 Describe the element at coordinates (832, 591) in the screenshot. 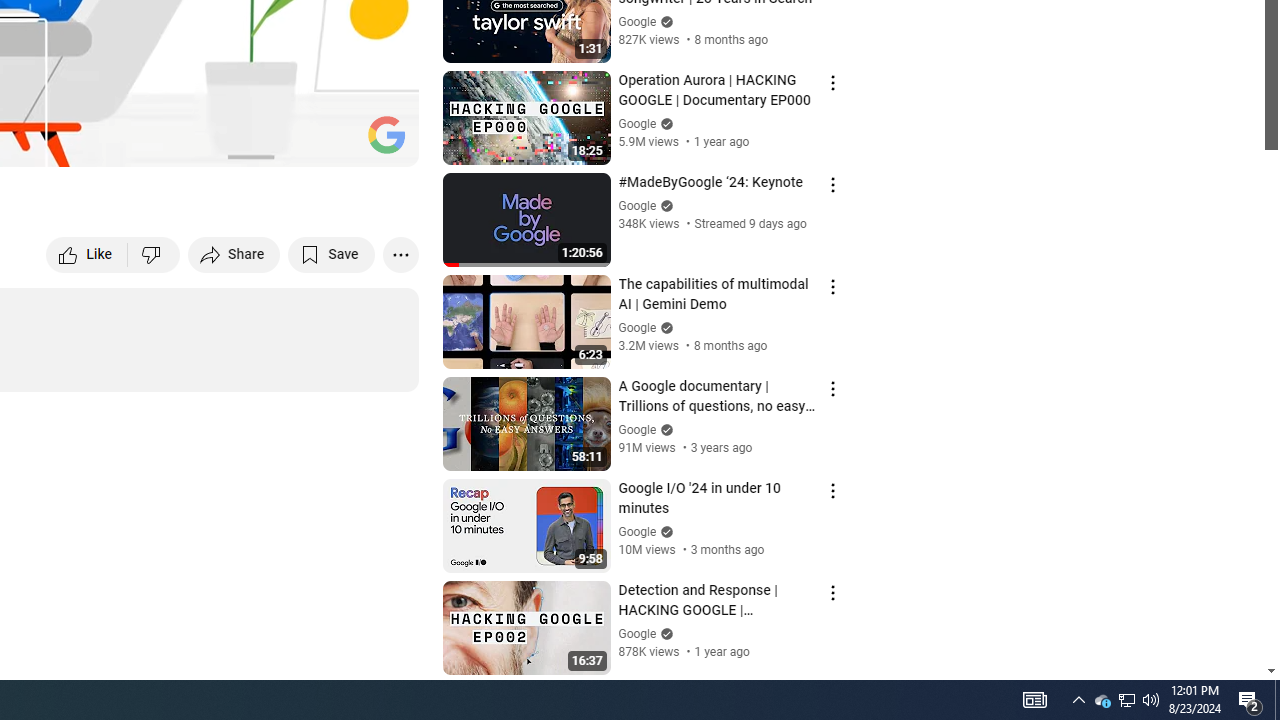

I see `'Action menu'` at that location.